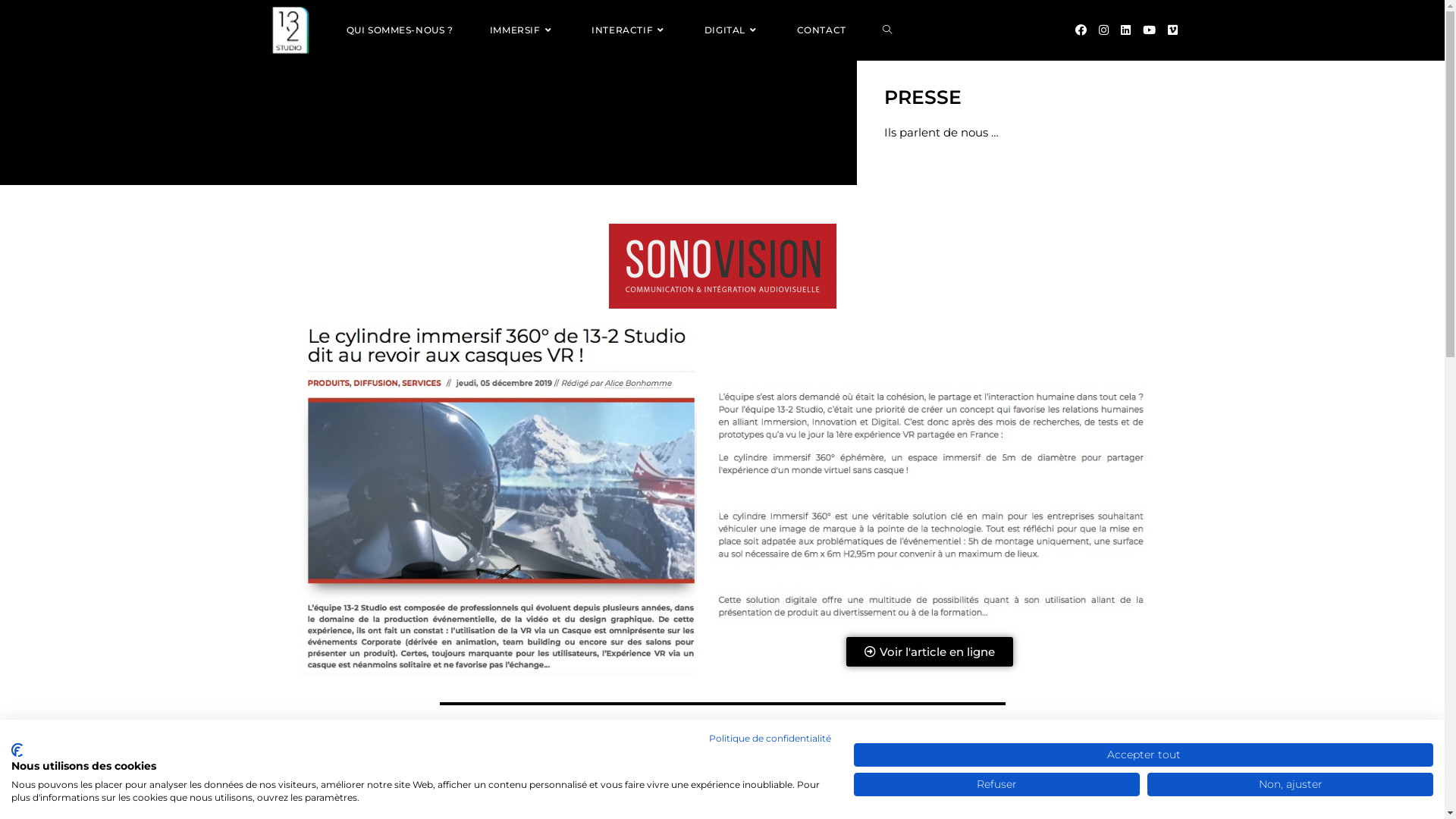 This screenshot has width=1456, height=819. What do you see at coordinates (732, 30) in the screenshot?
I see `'DIGITAL'` at bounding box center [732, 30].